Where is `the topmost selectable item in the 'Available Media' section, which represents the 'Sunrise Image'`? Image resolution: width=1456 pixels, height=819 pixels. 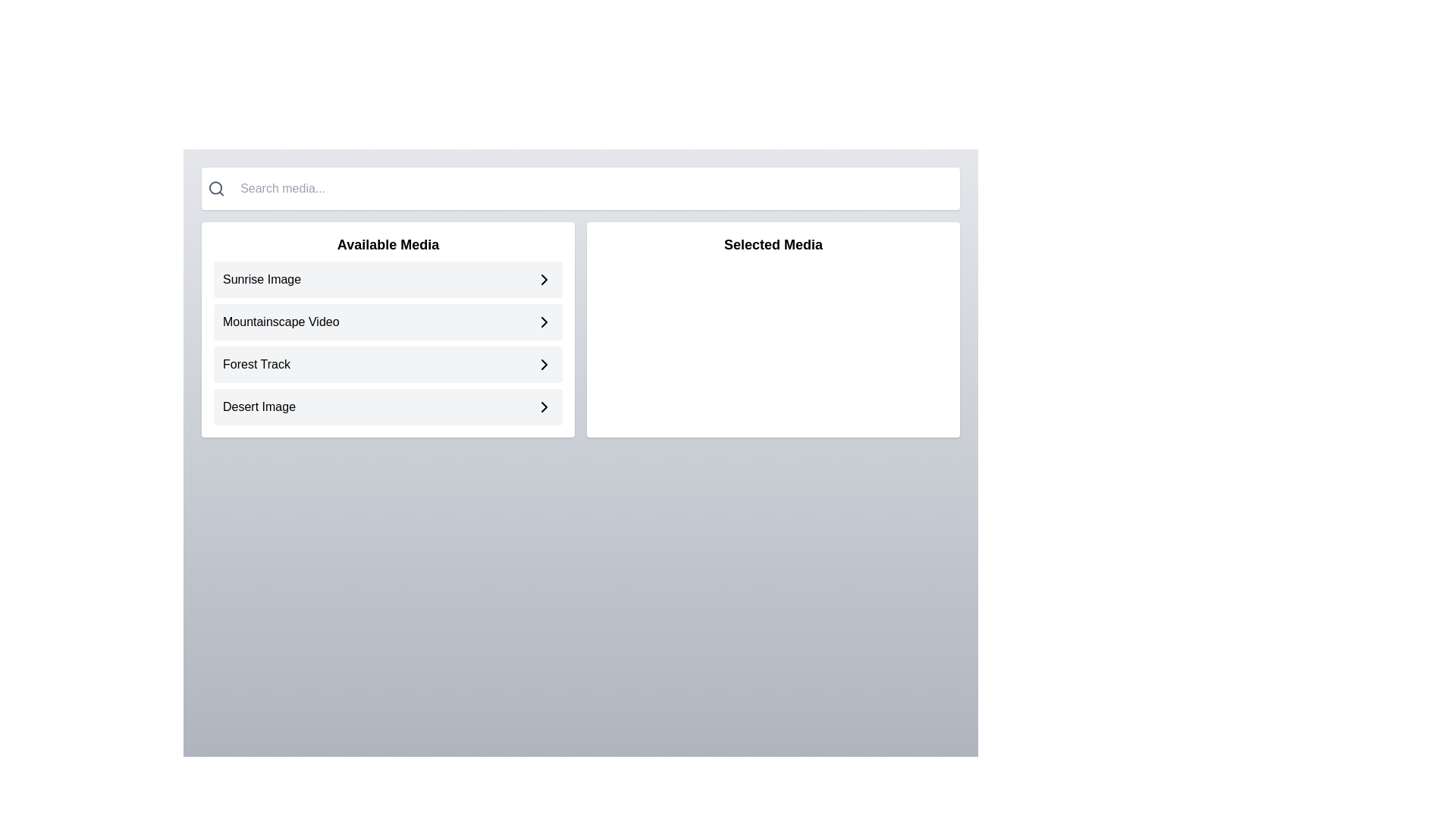 the topmost selectable item in the 'Available Media' section, which represents the 'Sunrise Image' is located at coordinates (388, 280).